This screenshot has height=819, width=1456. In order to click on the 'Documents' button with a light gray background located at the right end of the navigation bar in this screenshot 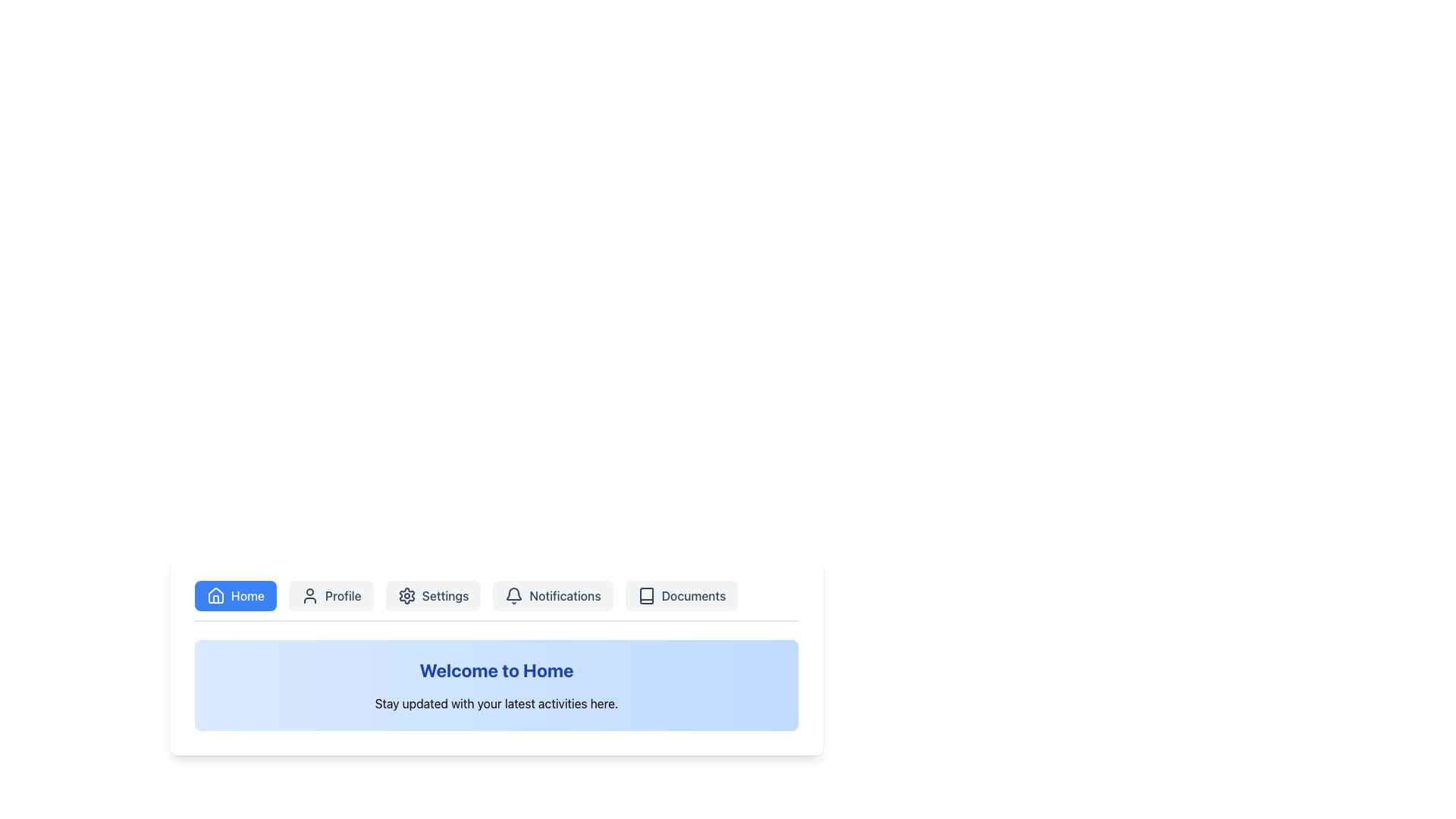, I will do `click(680, 595)`.